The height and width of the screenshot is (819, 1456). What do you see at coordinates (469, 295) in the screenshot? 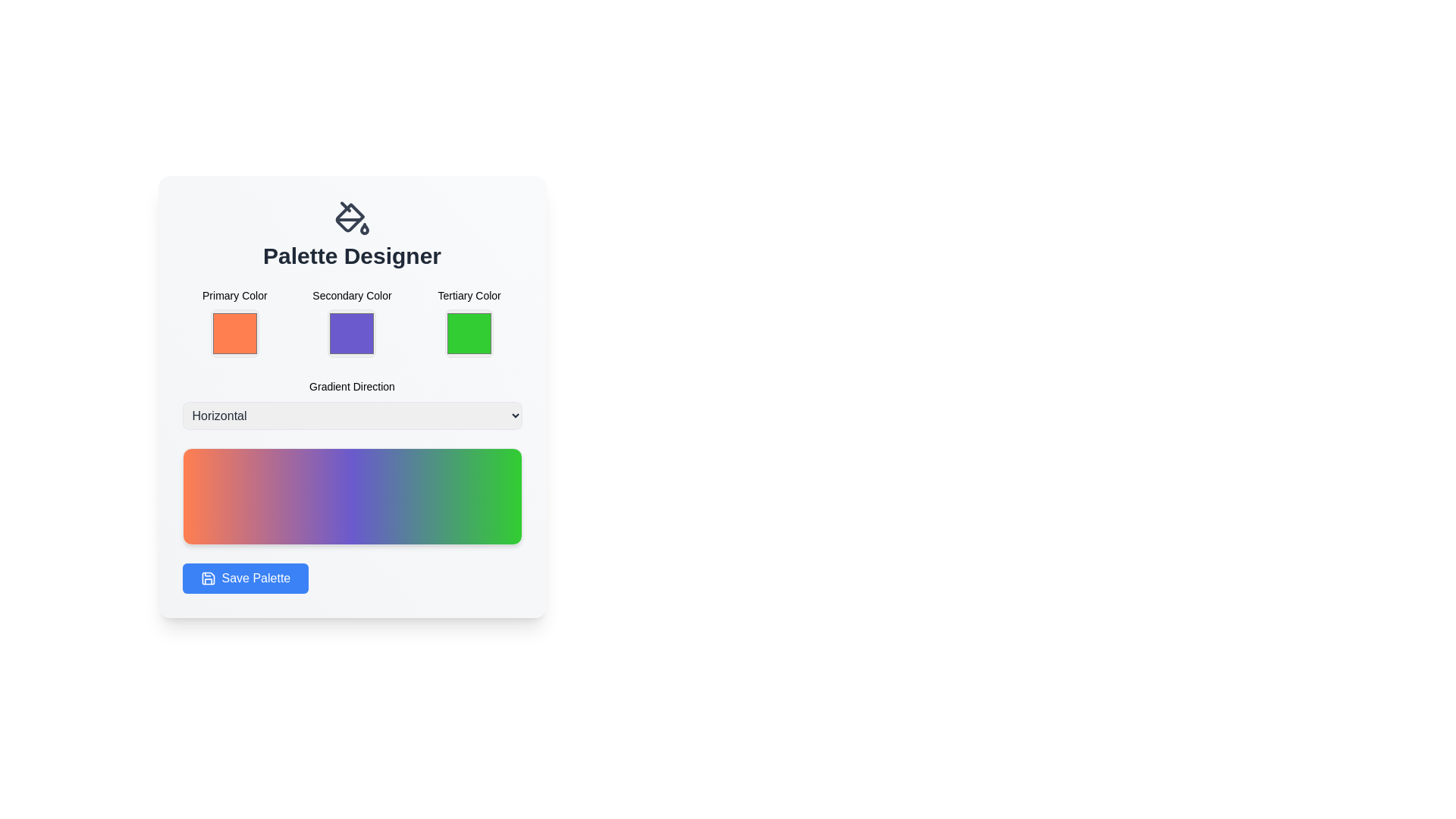
I see `the text label UI component that provides context for the associated color input below it` at bounding box center [469, 295].